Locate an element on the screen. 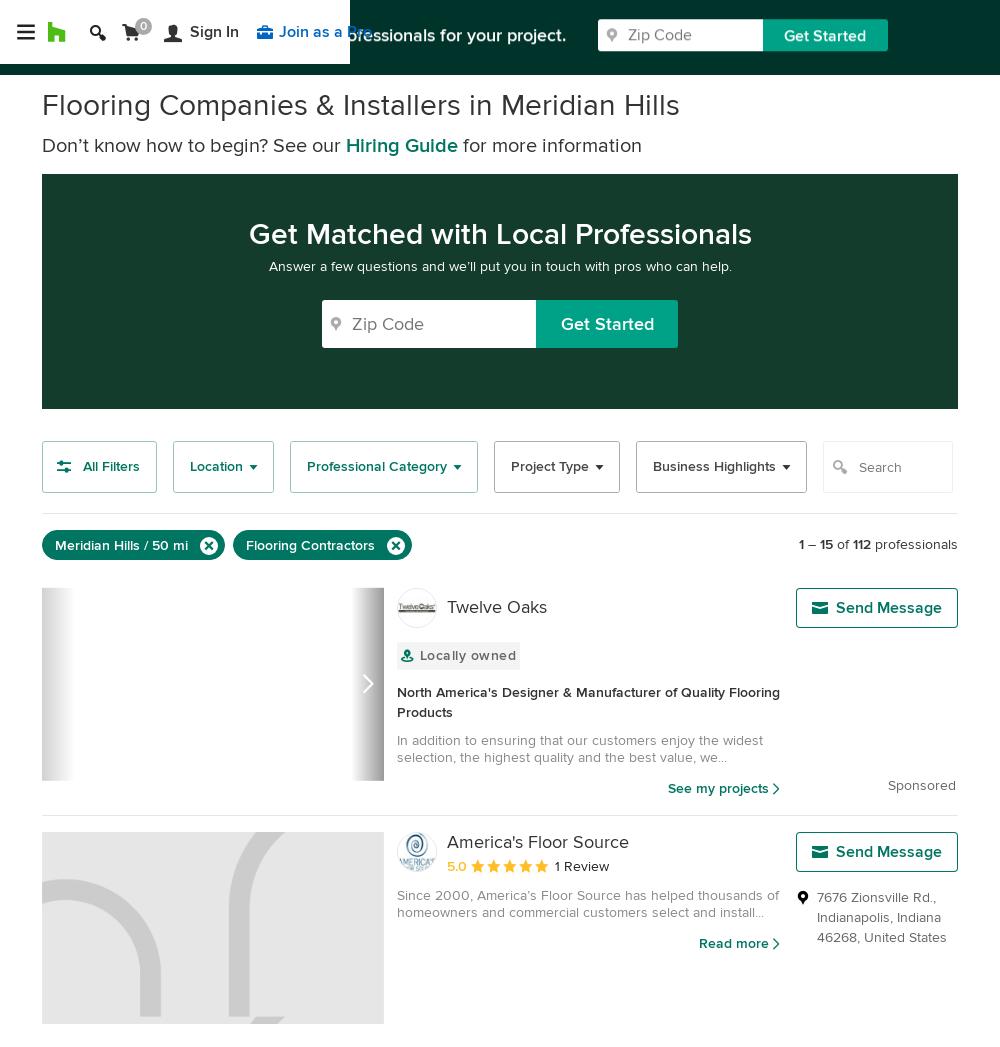 The image size is (1000, 1047). '15' is located at coordinates (819, 544).